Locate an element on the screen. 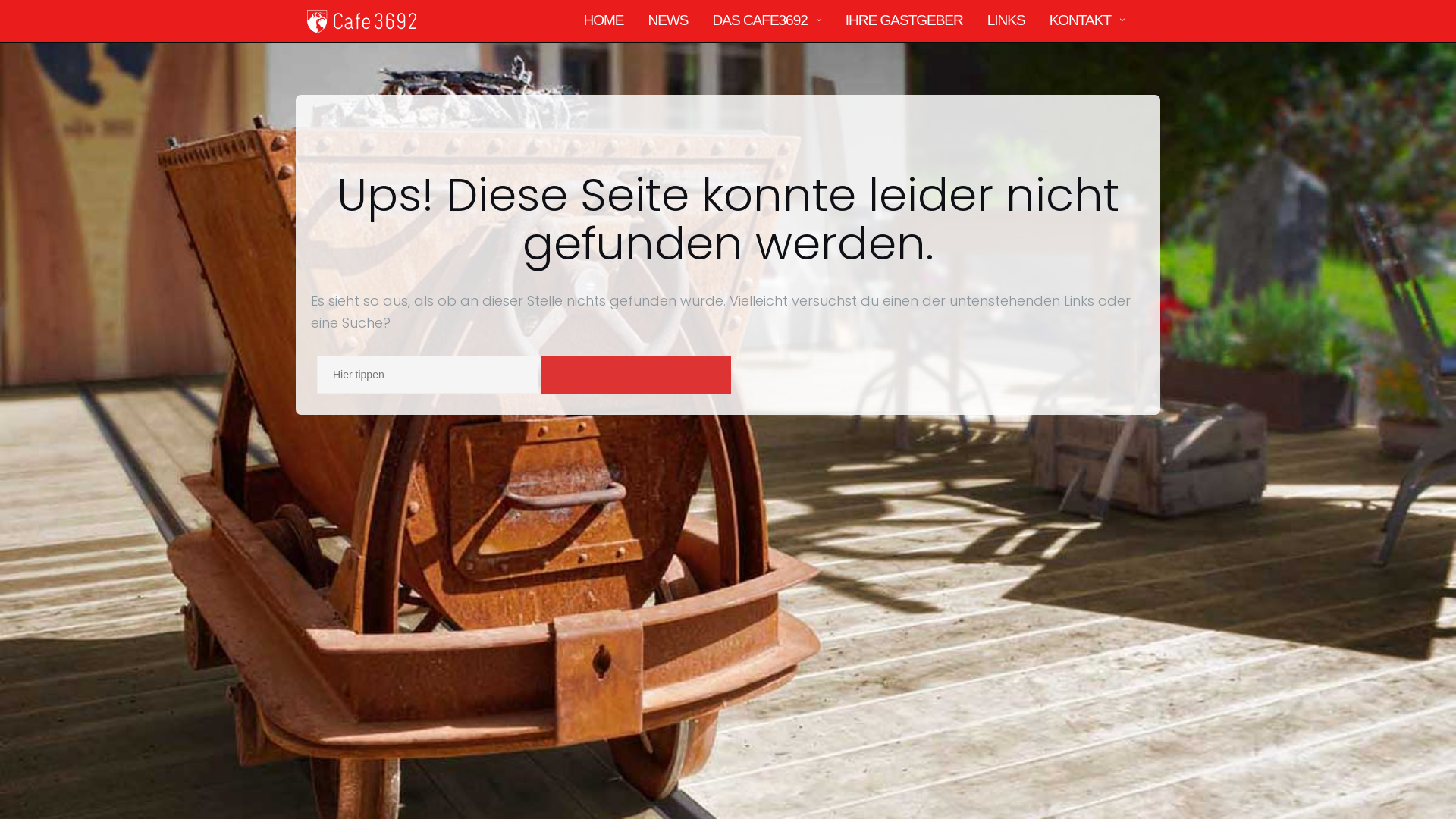 The width and height of the screenshot is (1456, 819). 'KONTAKT' is located at coordinates (1079, 20).